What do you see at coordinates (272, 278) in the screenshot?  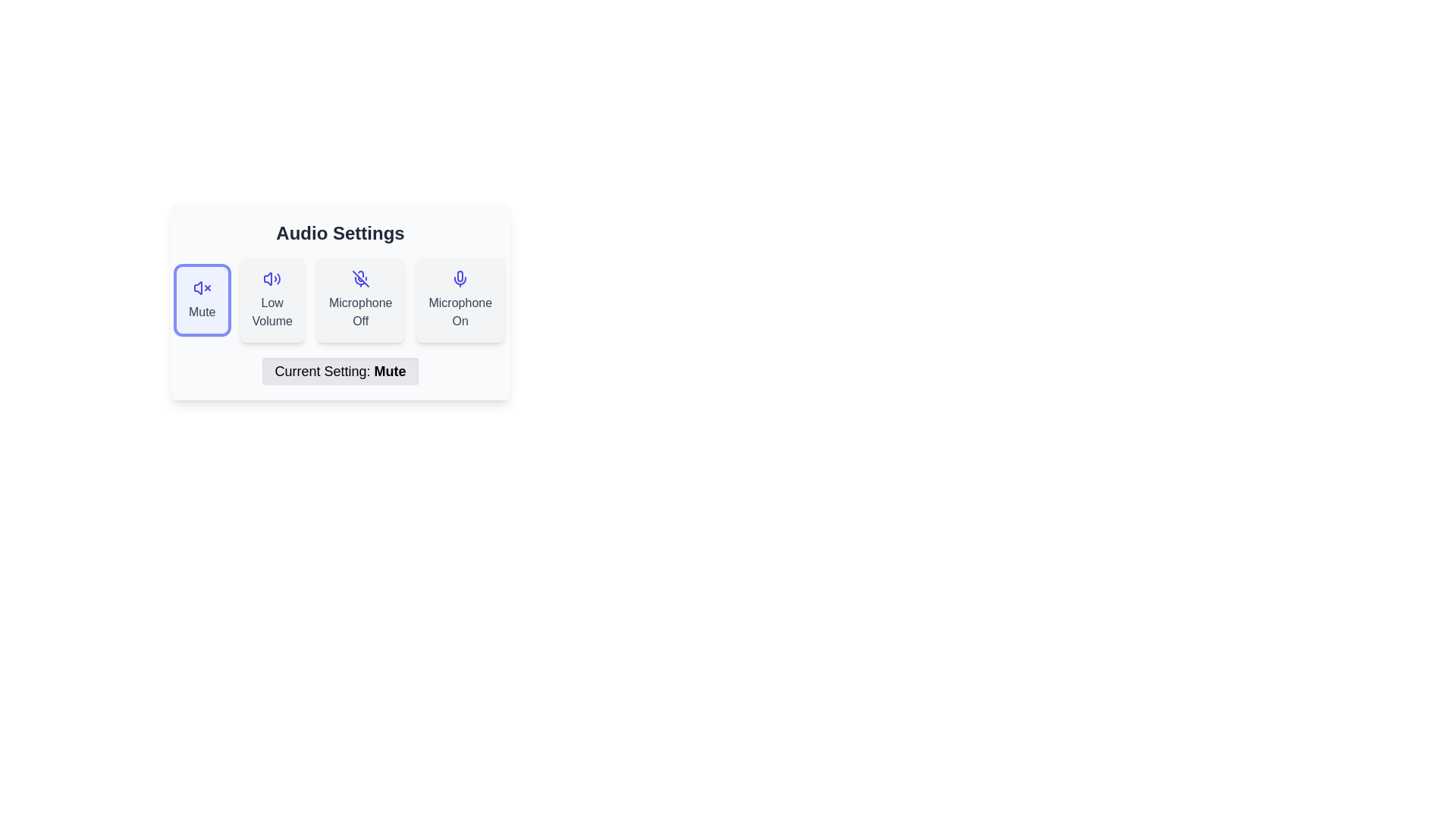 I see `the blue outline volume icon in the 'Audio Settings' section labeled 'Low Volume'` at bounding box center [272, 278].